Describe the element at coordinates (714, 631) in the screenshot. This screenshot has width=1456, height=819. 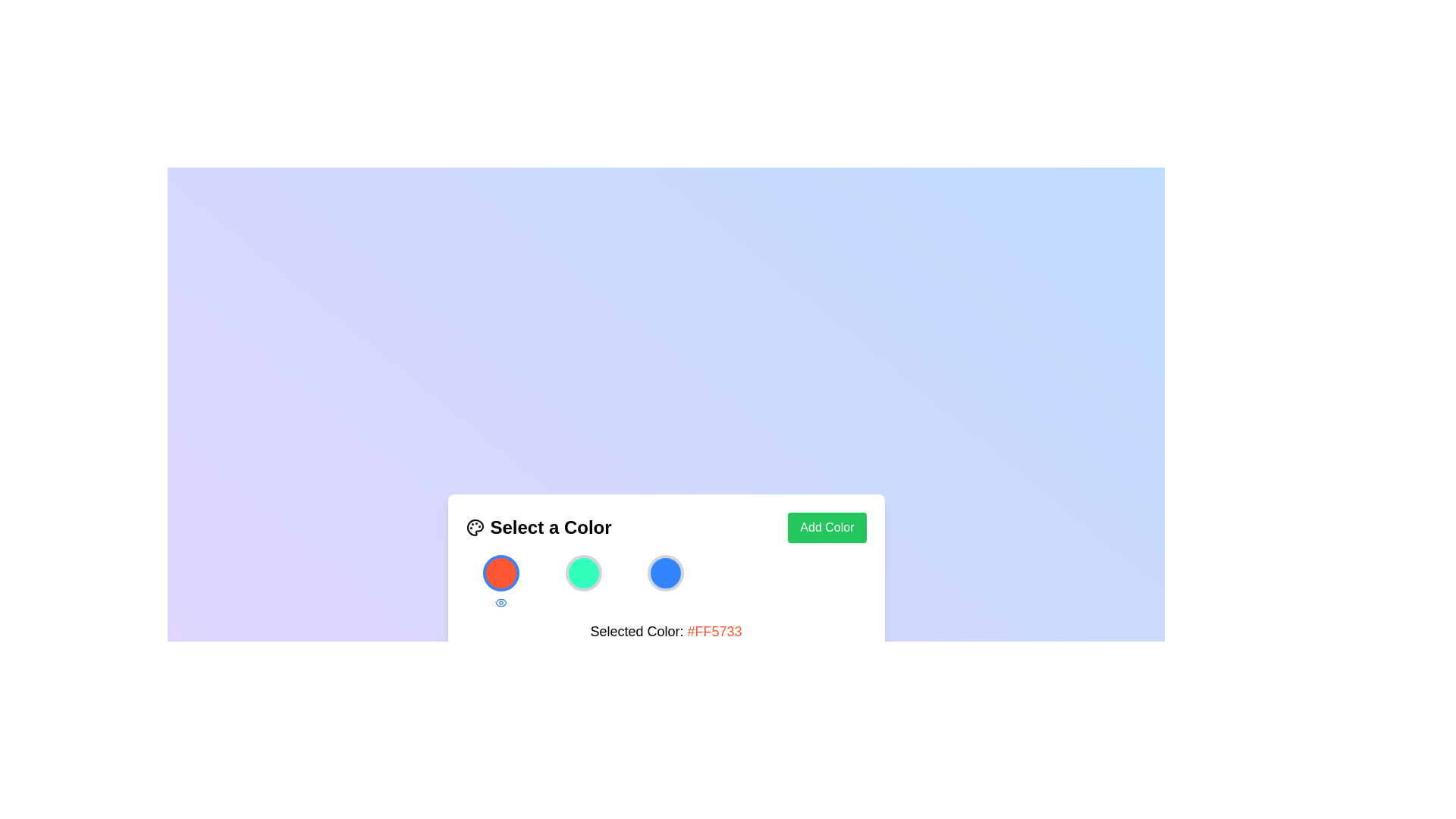
I see `the text displaying the value '#FF5733' styled in red, which is located in the text segment labeled 'Selected Color:'` at that location.